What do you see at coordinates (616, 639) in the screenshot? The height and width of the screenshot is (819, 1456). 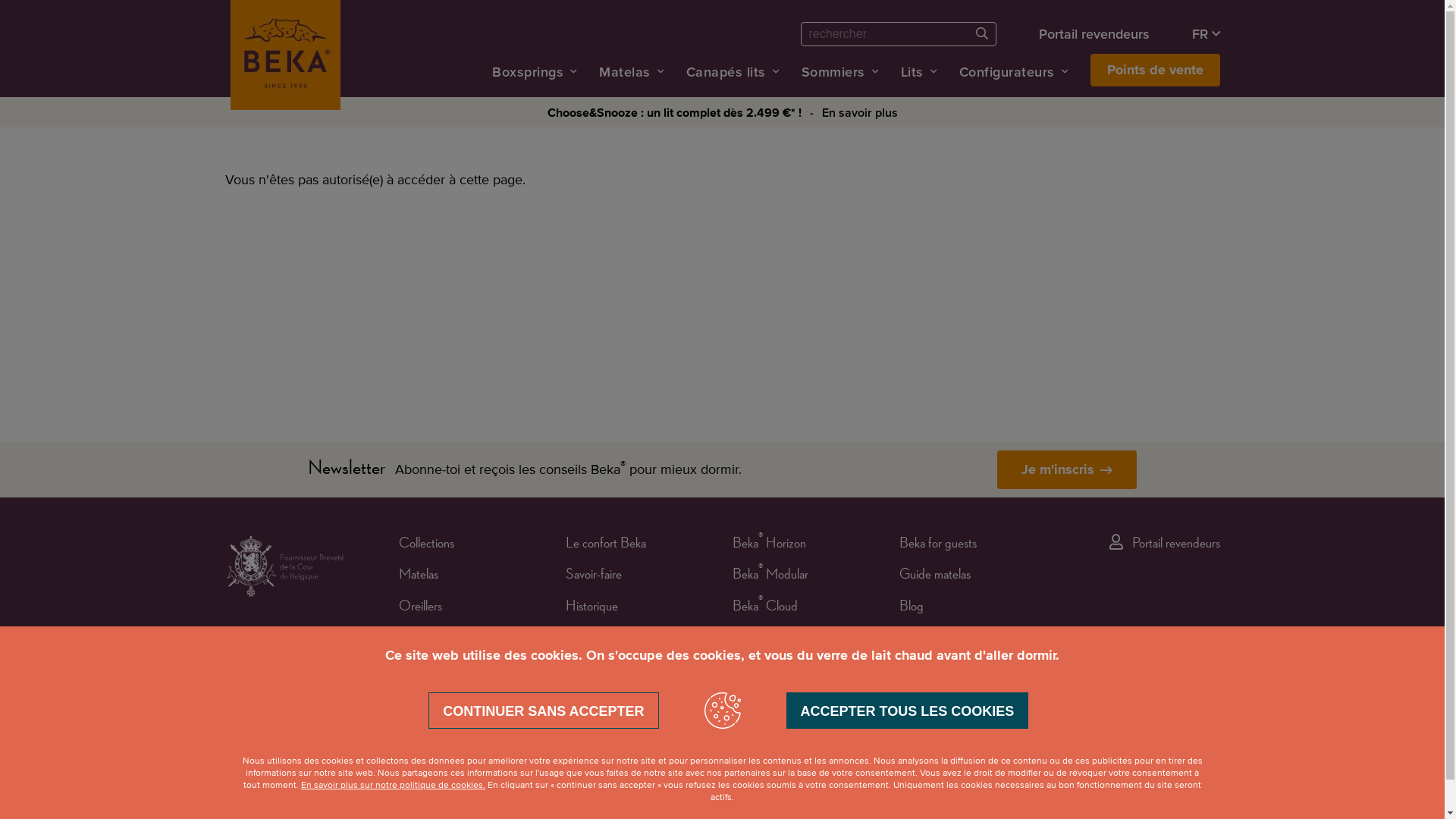 I see `'Garanties et services'` at bounding box center [616, 639].